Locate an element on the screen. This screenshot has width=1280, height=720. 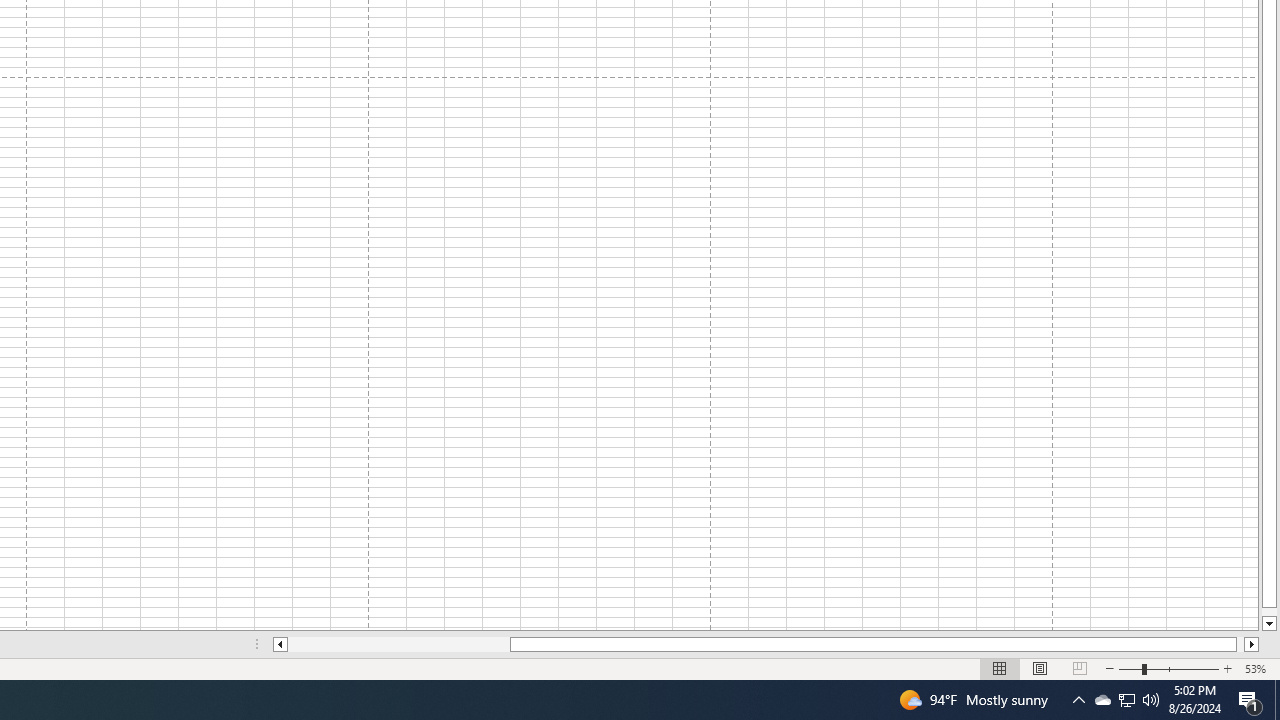
'Column left' is located at coordinates (278, 644).